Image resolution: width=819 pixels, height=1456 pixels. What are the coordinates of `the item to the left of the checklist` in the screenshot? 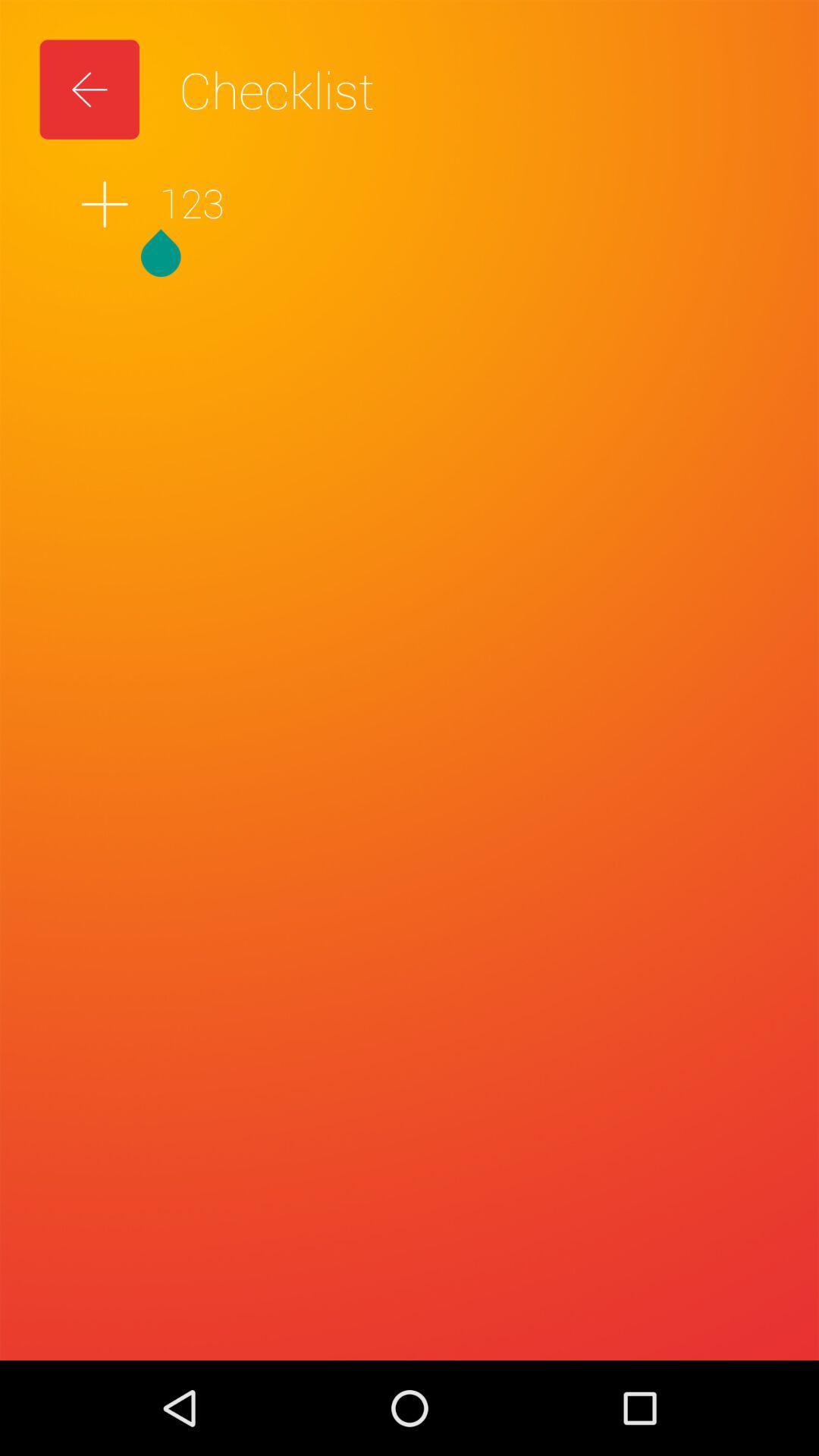 It's located at (89, 89).